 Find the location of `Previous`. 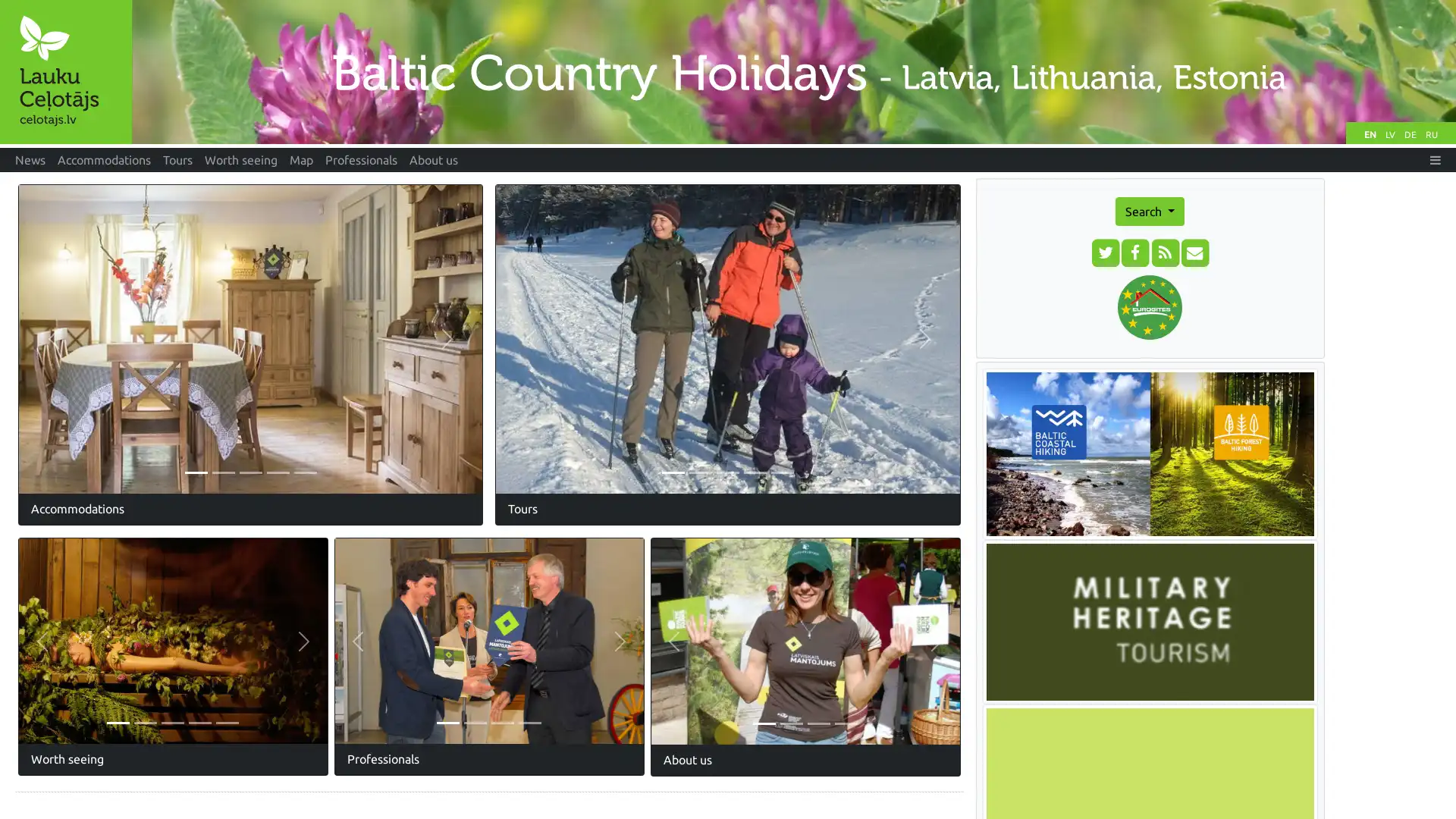

Previous is located at coordinates (673, 641).